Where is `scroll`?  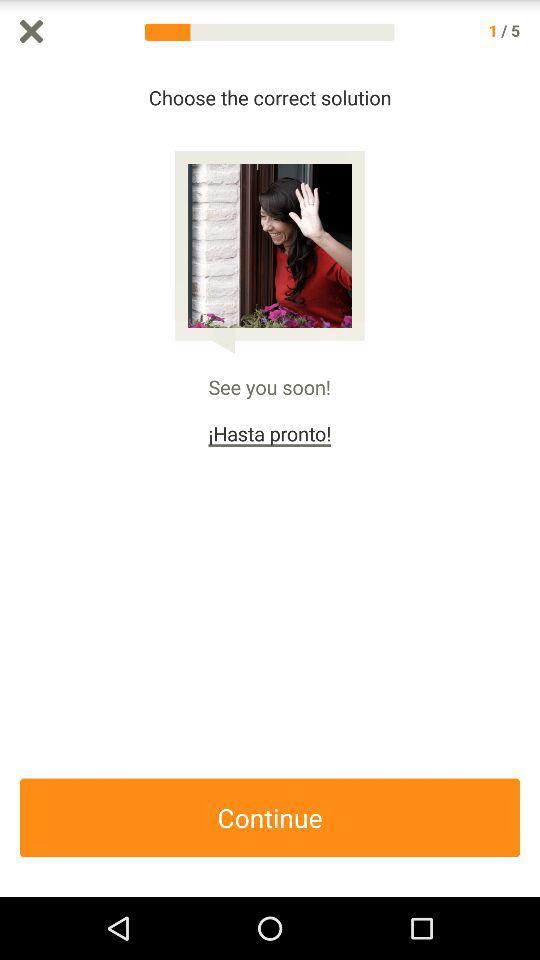
scroll is located at coordinates (530, 480).